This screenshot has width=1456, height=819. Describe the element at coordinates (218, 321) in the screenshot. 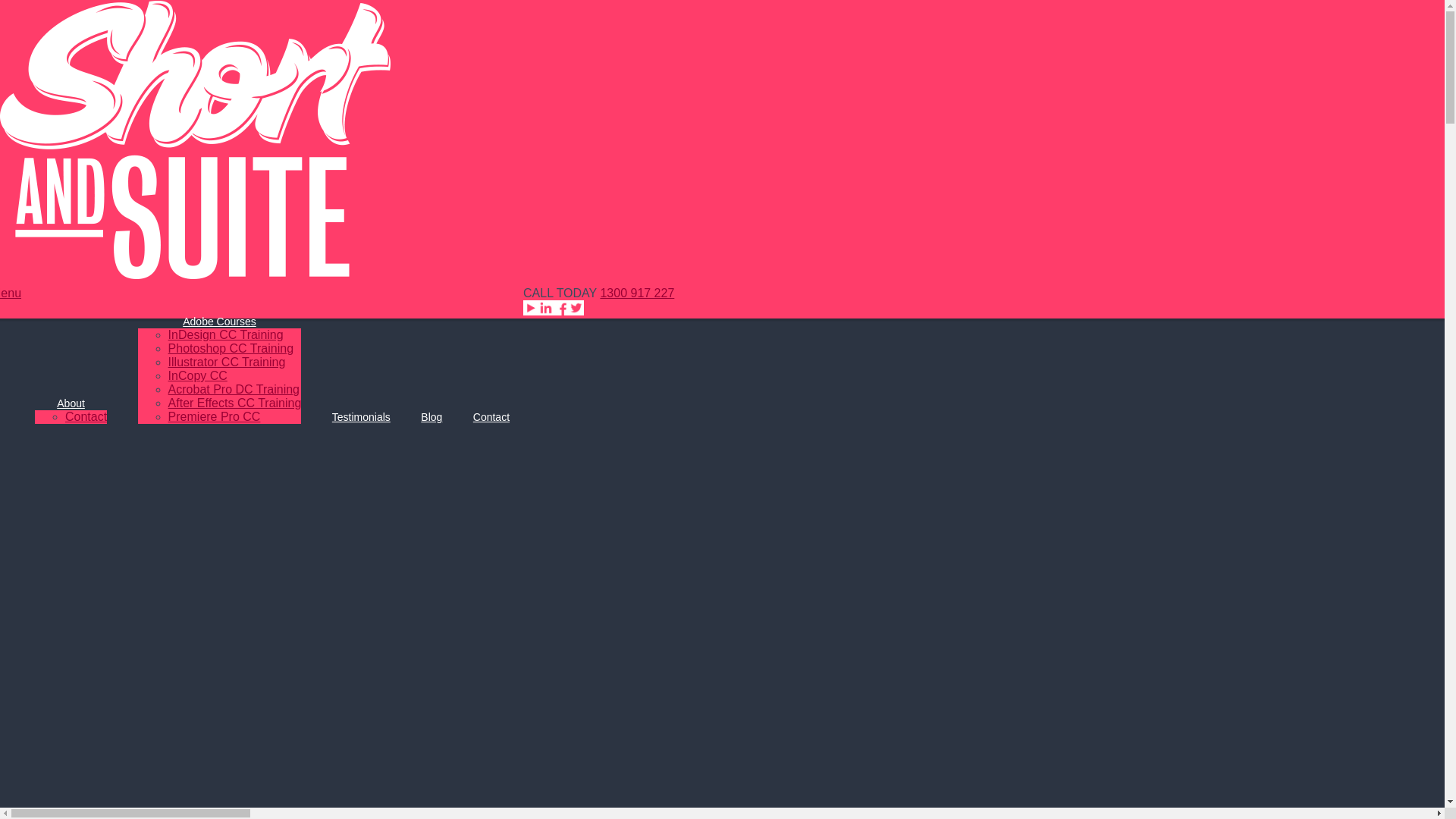

I see `'Adobe Courses'` at that location.